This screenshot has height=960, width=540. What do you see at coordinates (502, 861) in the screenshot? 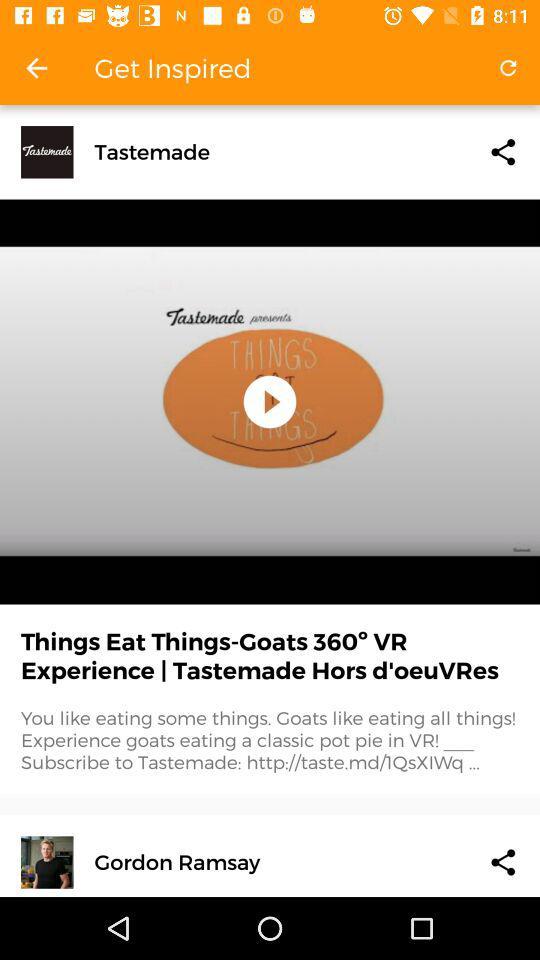
I see `share the article` at bounding box center [502, 861].